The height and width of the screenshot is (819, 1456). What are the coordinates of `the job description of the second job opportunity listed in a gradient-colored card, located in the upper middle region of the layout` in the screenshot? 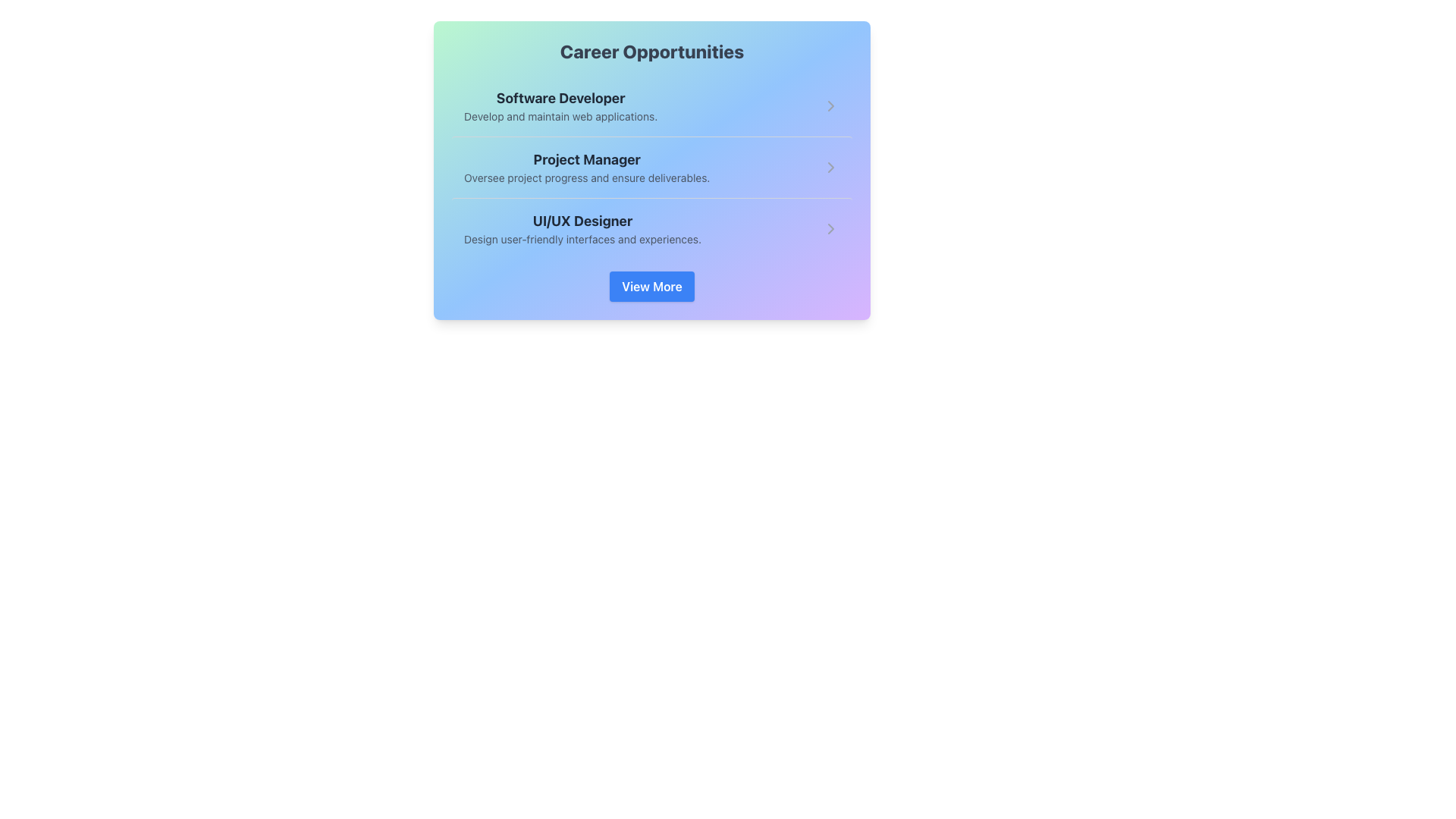 It's located at (651, 170).